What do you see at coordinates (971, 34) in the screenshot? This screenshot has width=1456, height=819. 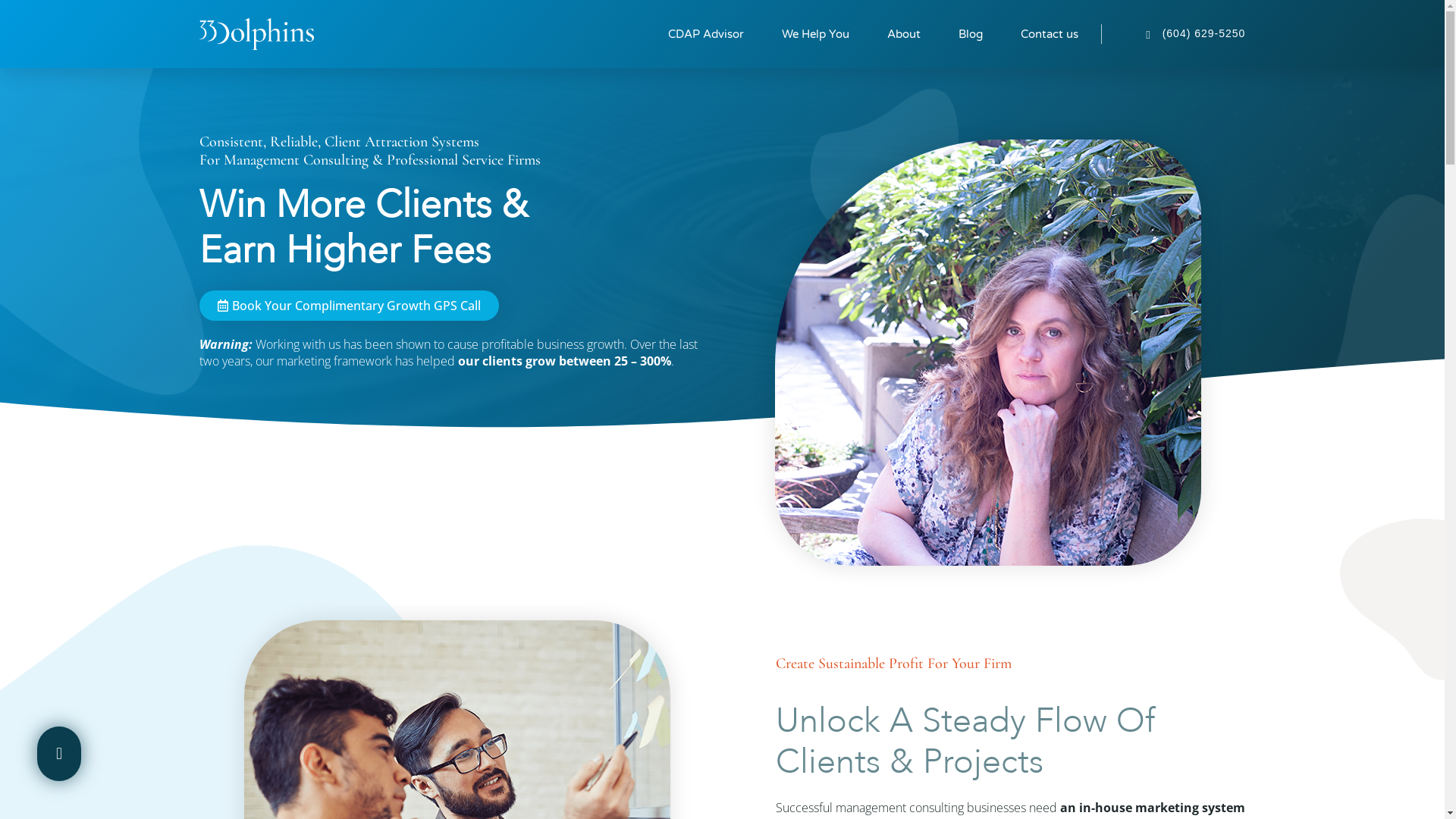 I see `'Blog'` at bounding box center [971, 34].